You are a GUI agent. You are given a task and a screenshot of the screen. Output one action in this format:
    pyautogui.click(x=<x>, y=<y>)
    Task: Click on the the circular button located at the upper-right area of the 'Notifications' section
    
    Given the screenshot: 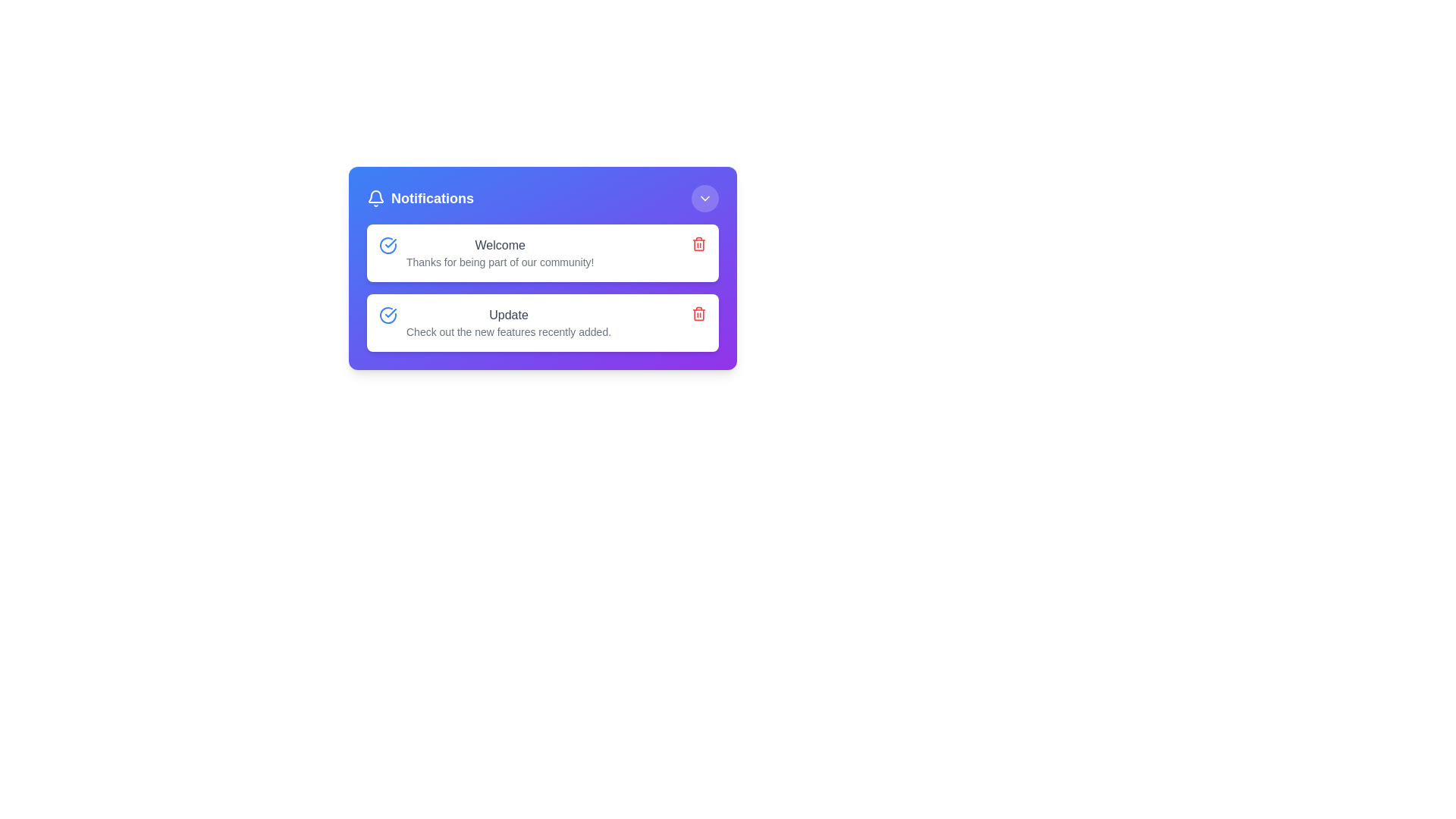 What is the action you would take?
    pyautogui.click(x=704, y=198)
    